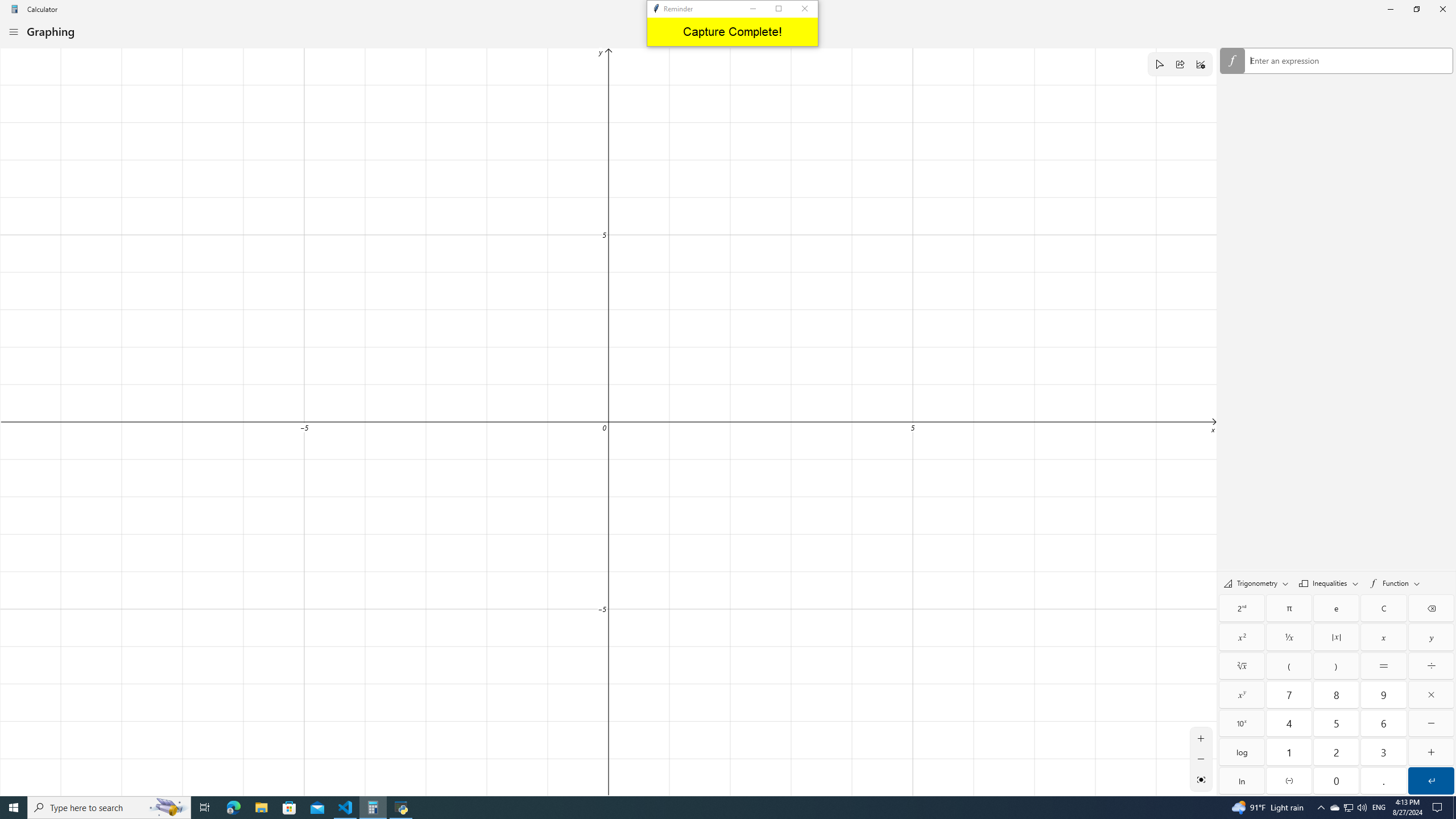 The height and width of the screenshot is (819, 1456). I want to click on 'Close Calculator', so click(1442, 9).